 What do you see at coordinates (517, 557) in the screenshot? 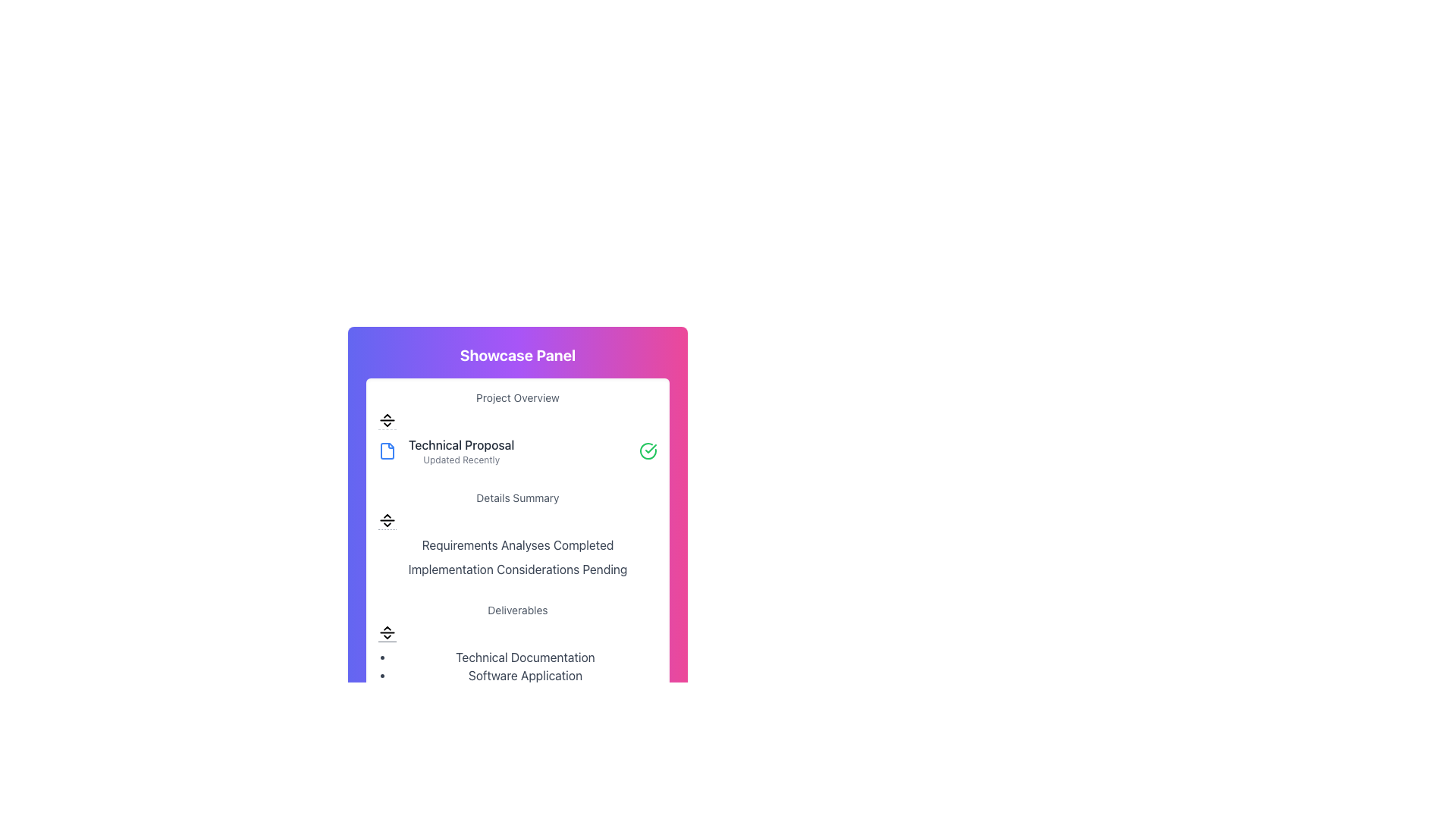
I see `text from the Text Block displaying 'Requirements Analyses Completed' and 'Implementation Considerations Pending', which is located under the 'Details Summary' section header` at bounding box center [517, 557].